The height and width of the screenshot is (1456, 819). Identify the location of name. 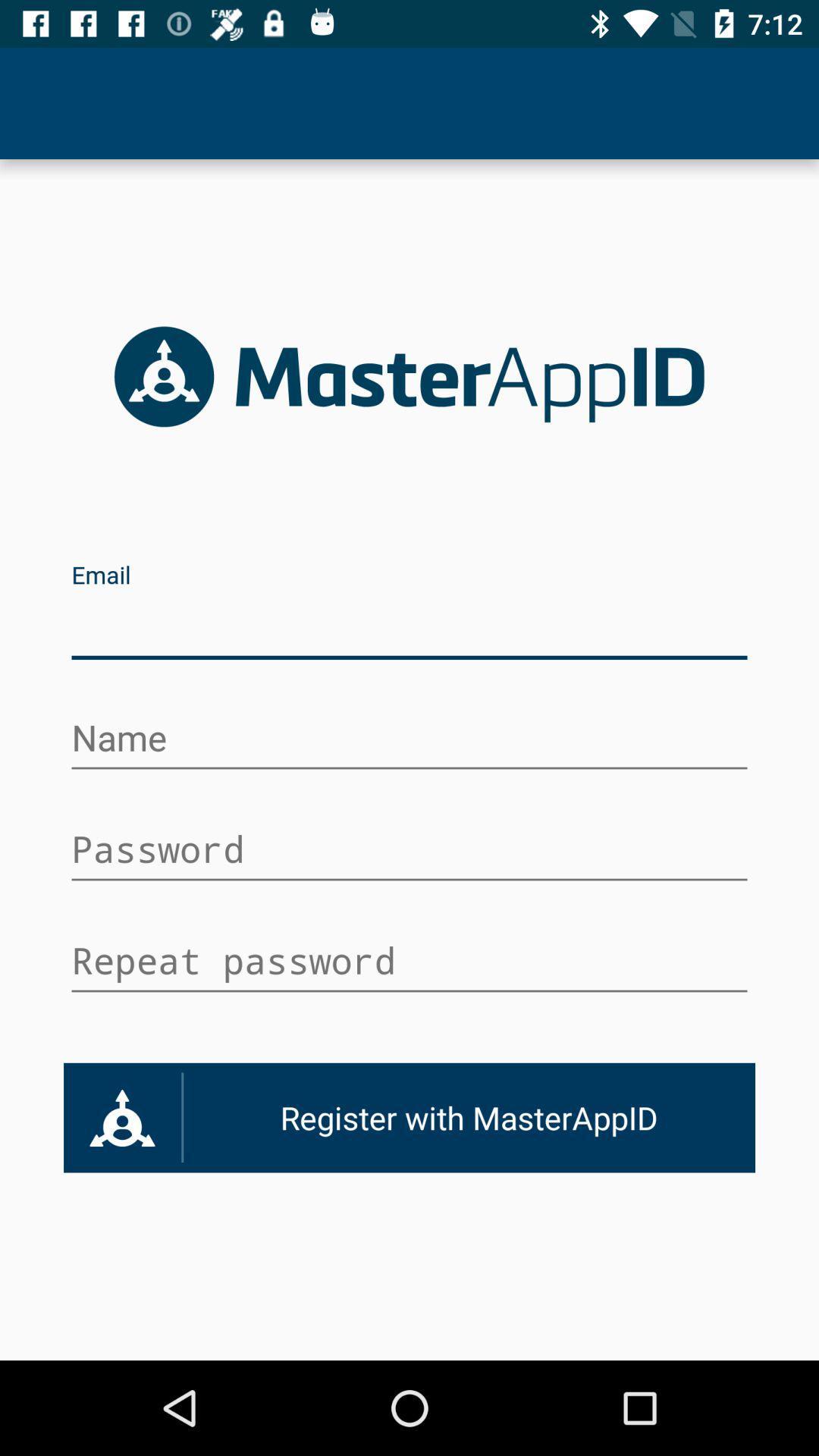
(409, 739).